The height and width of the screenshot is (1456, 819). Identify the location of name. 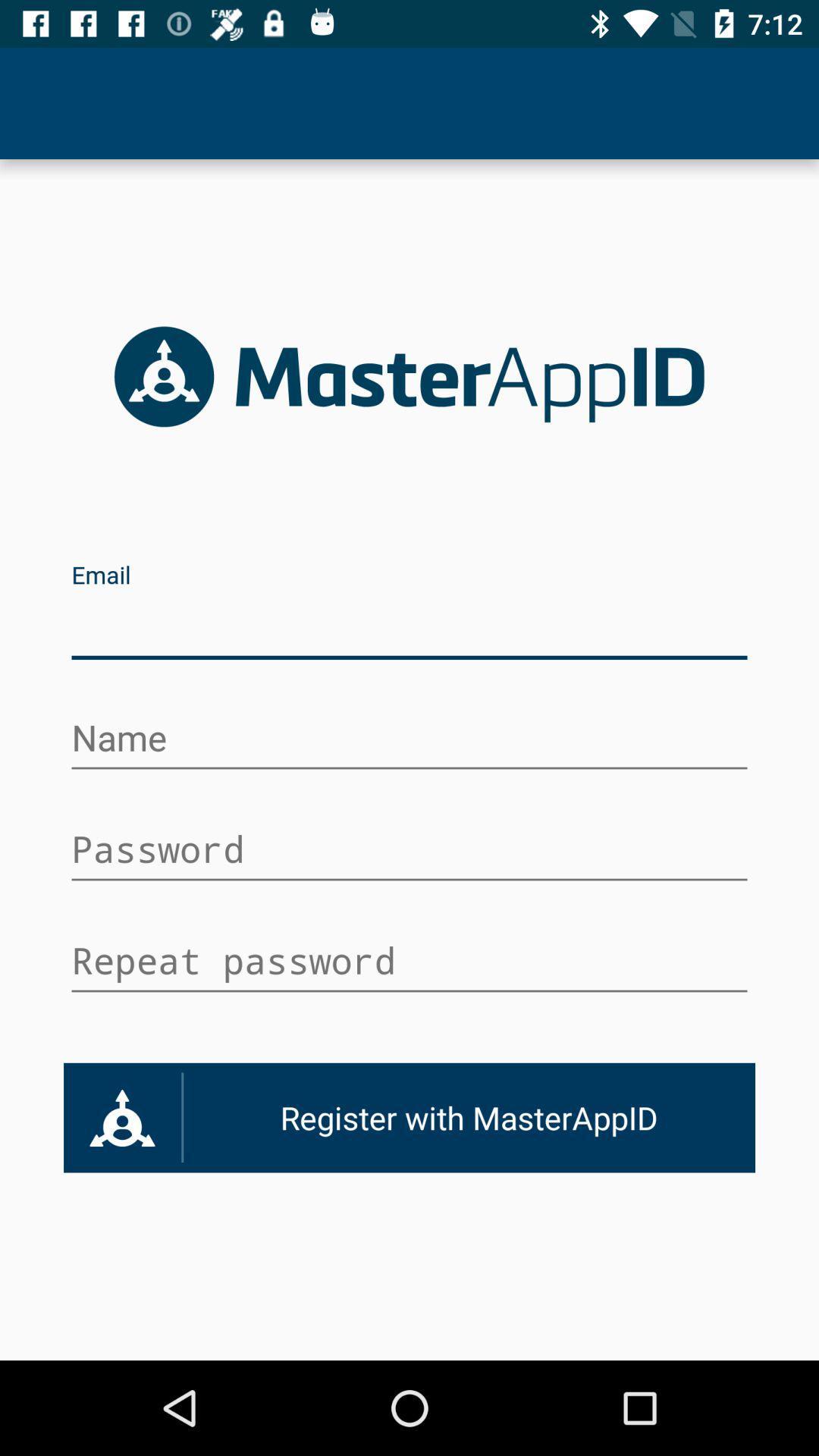
(409, 739).